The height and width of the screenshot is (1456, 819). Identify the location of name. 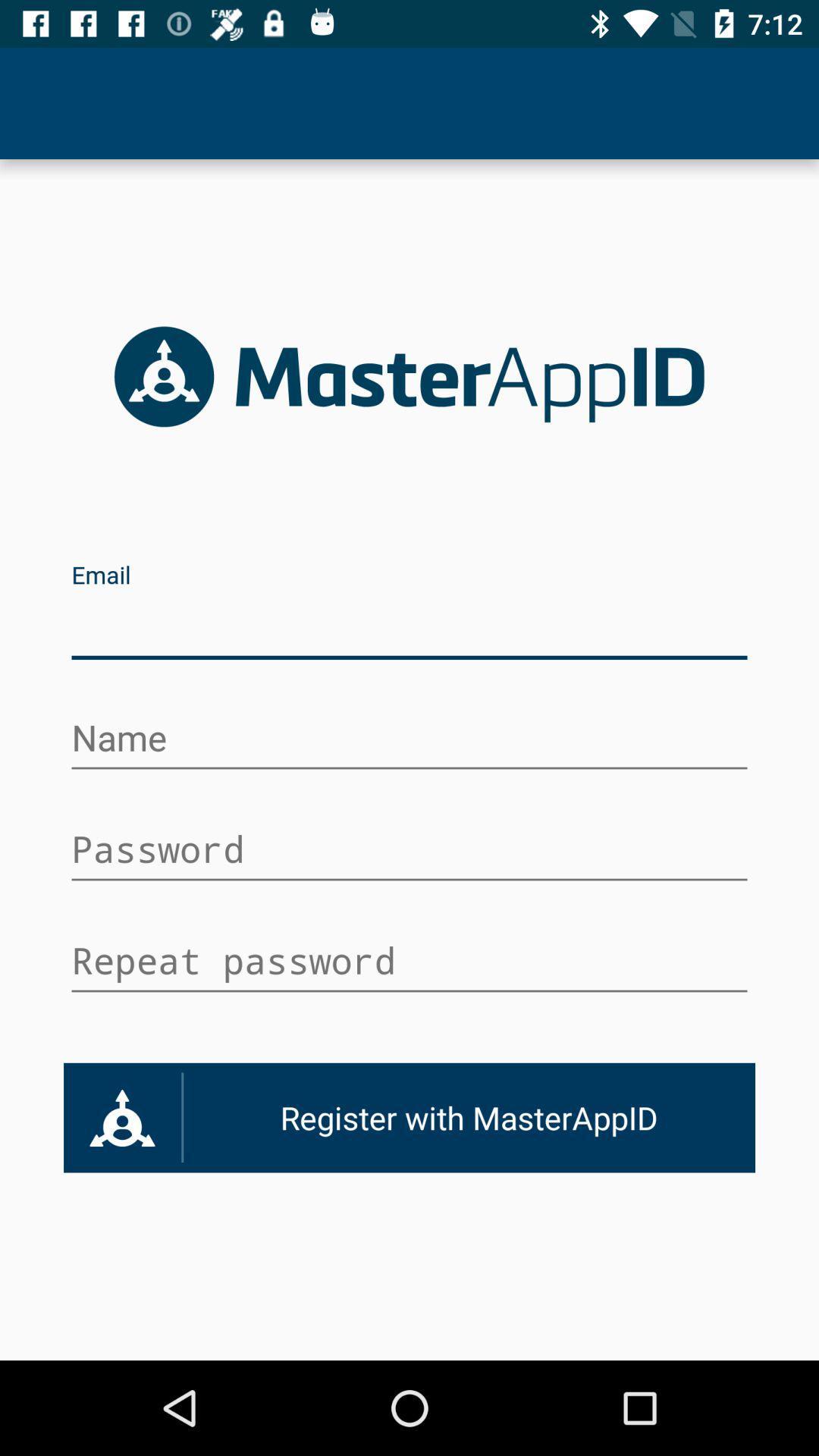
(409, 739).